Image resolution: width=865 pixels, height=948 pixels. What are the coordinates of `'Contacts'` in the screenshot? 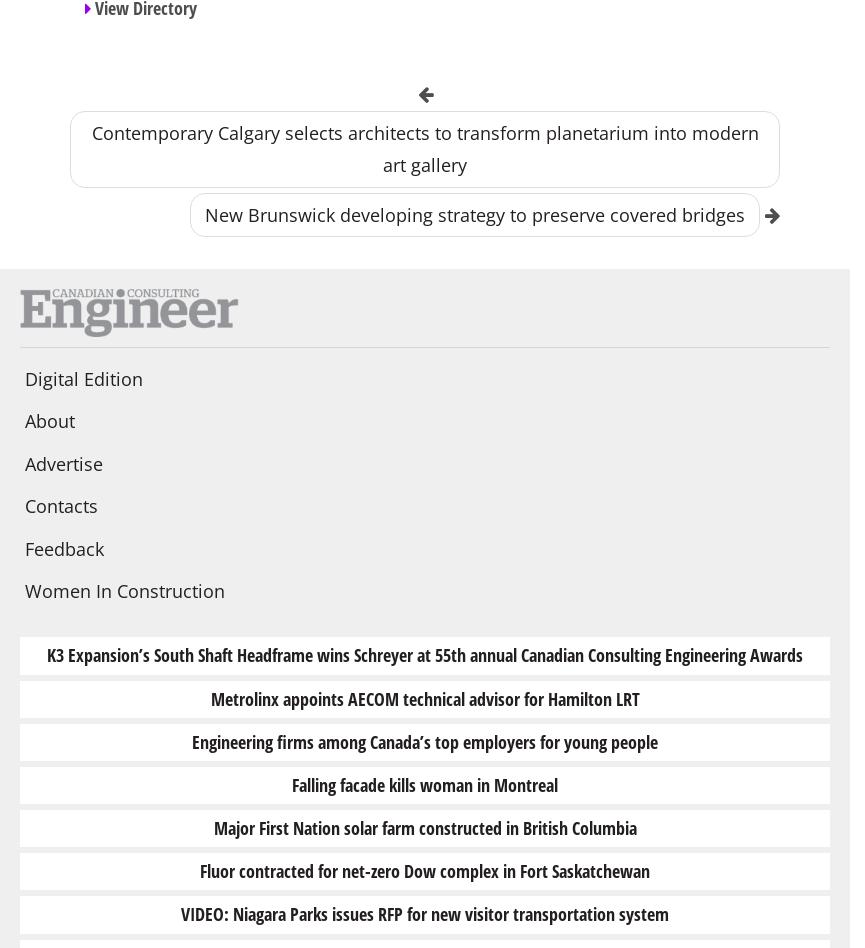 It's located at (61, 506).